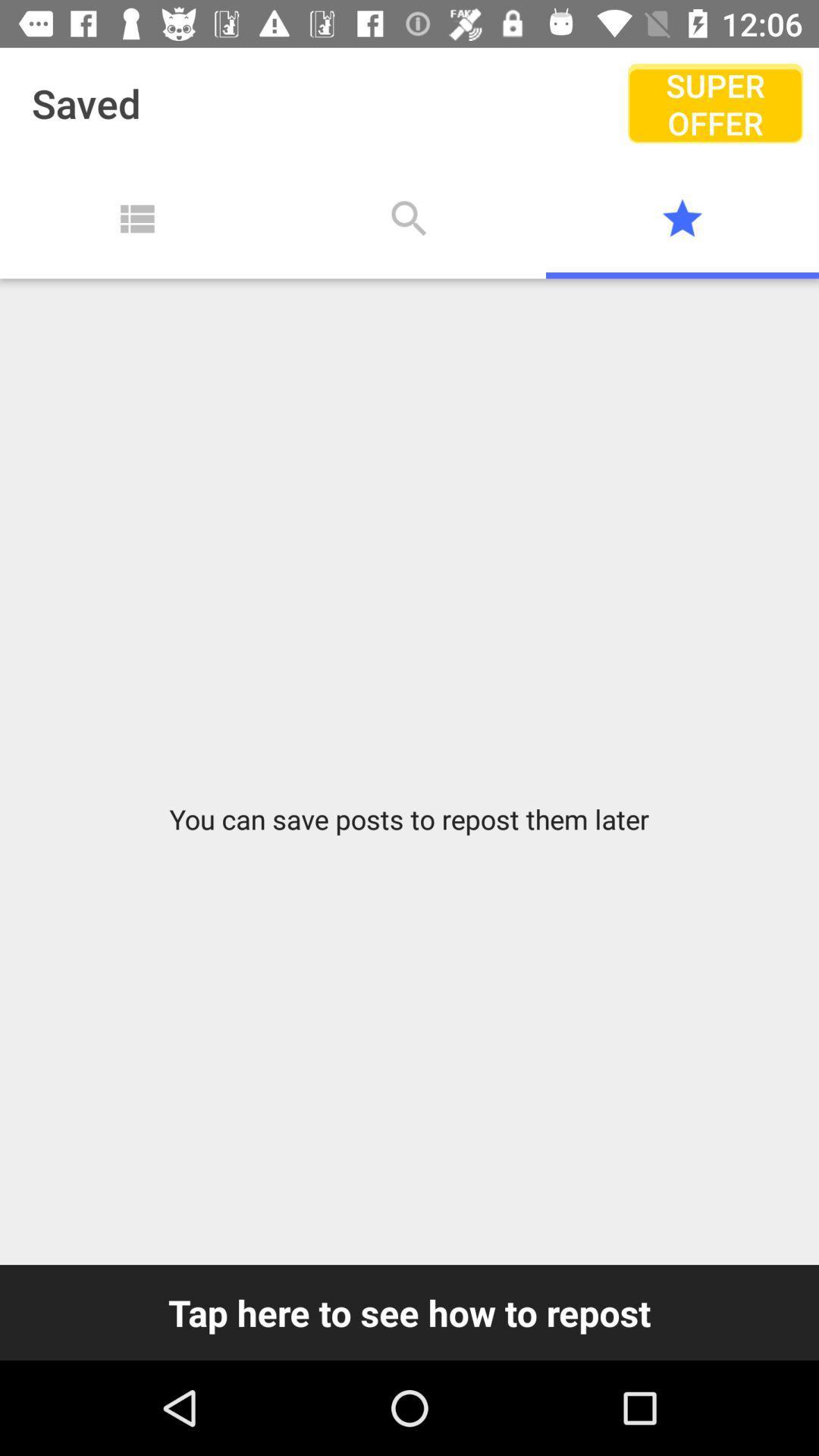 This screenshot has height=1456, width=819. I want to click on icon below you can save icon, so click(409, 1312).